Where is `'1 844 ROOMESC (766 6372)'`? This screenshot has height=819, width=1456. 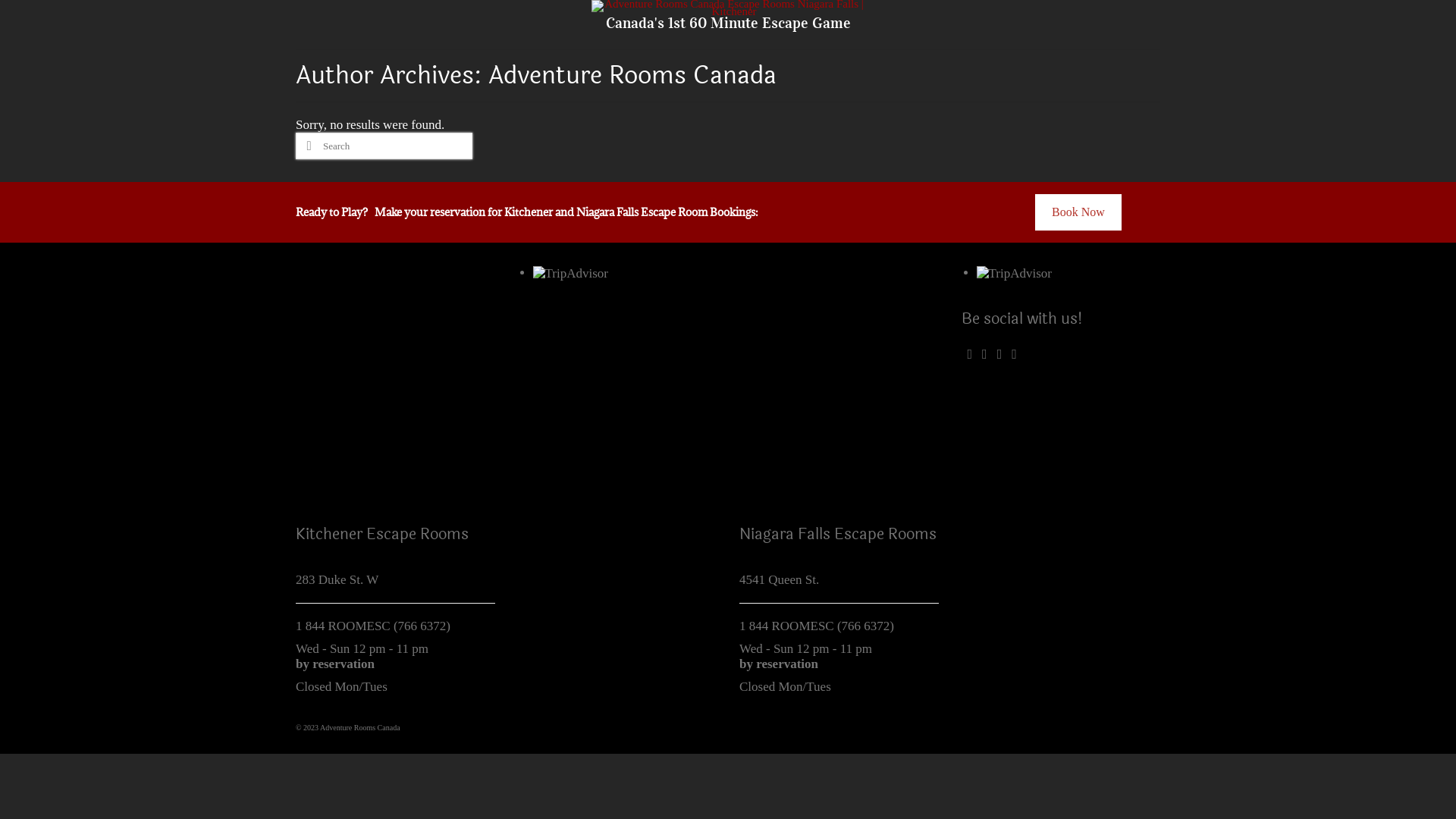
'1 844 ROOMESC (766 6372)' is located at coordinates (372, 626).